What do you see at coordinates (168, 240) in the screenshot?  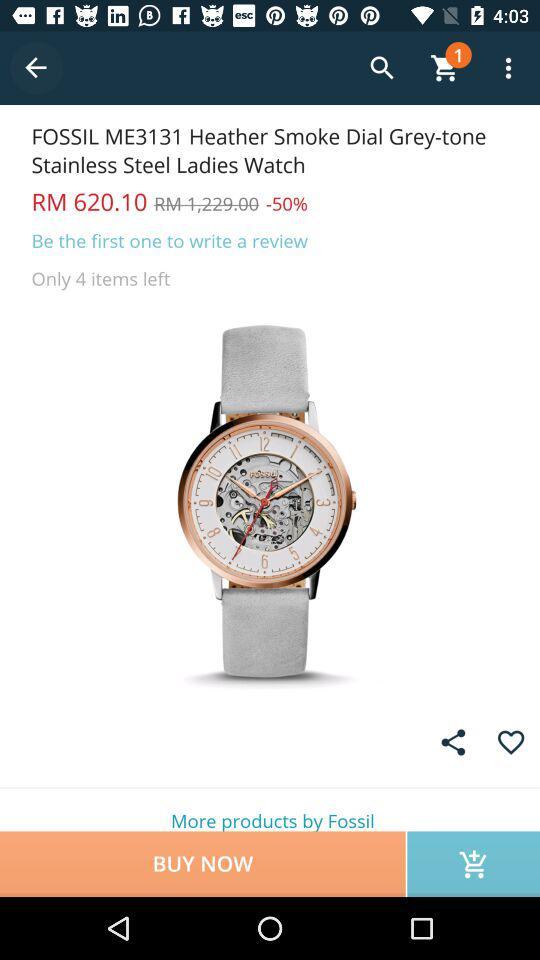 I see `the item above the only 4 items icon` at bounding box center [168, 240].